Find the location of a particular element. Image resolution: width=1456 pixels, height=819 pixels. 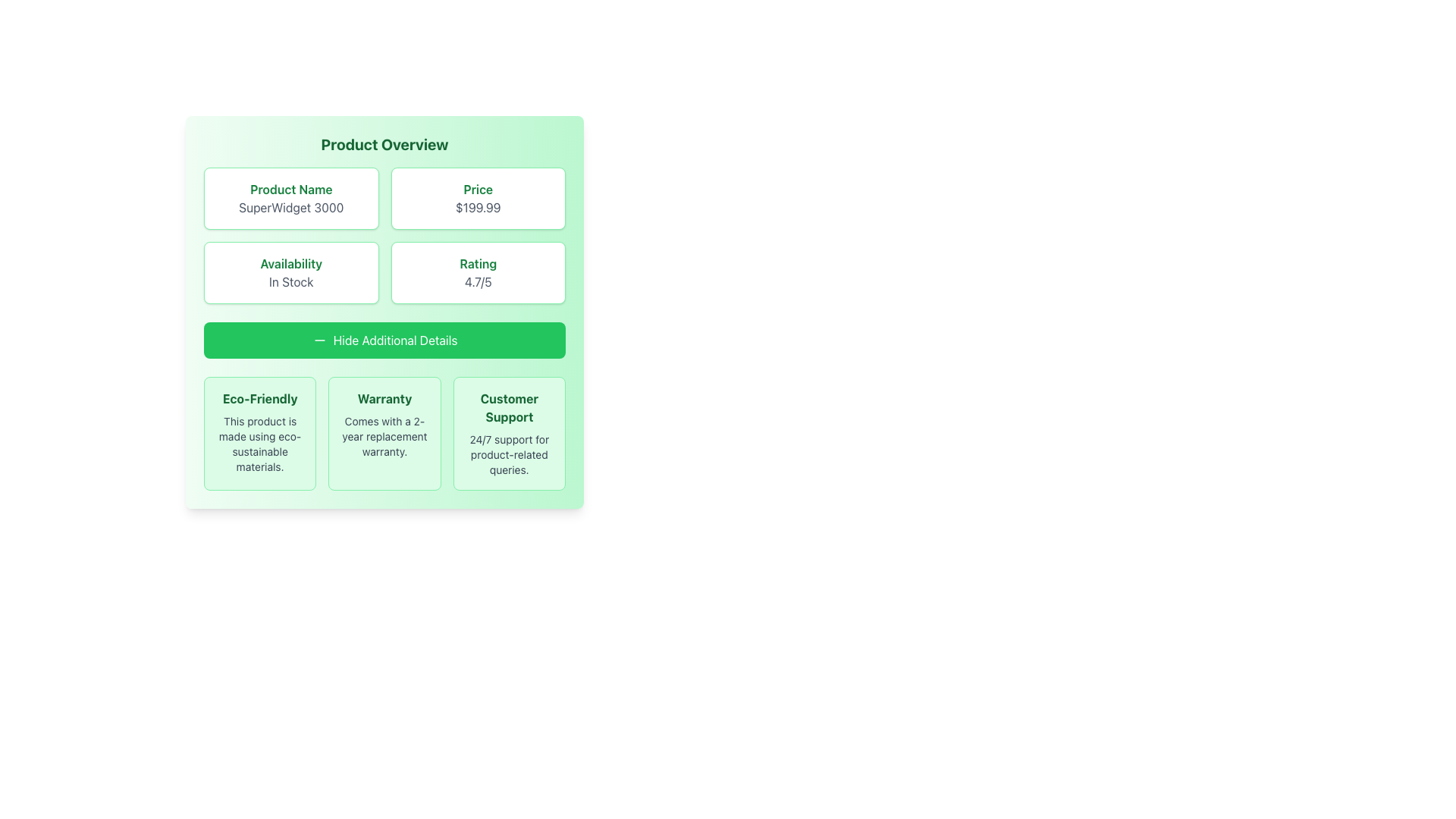

the green rectangular button labeled 'Hide Additional Details' located below the product details grid in the 'Product Overview' section to hide additional information is located at coordinates (384, 339).